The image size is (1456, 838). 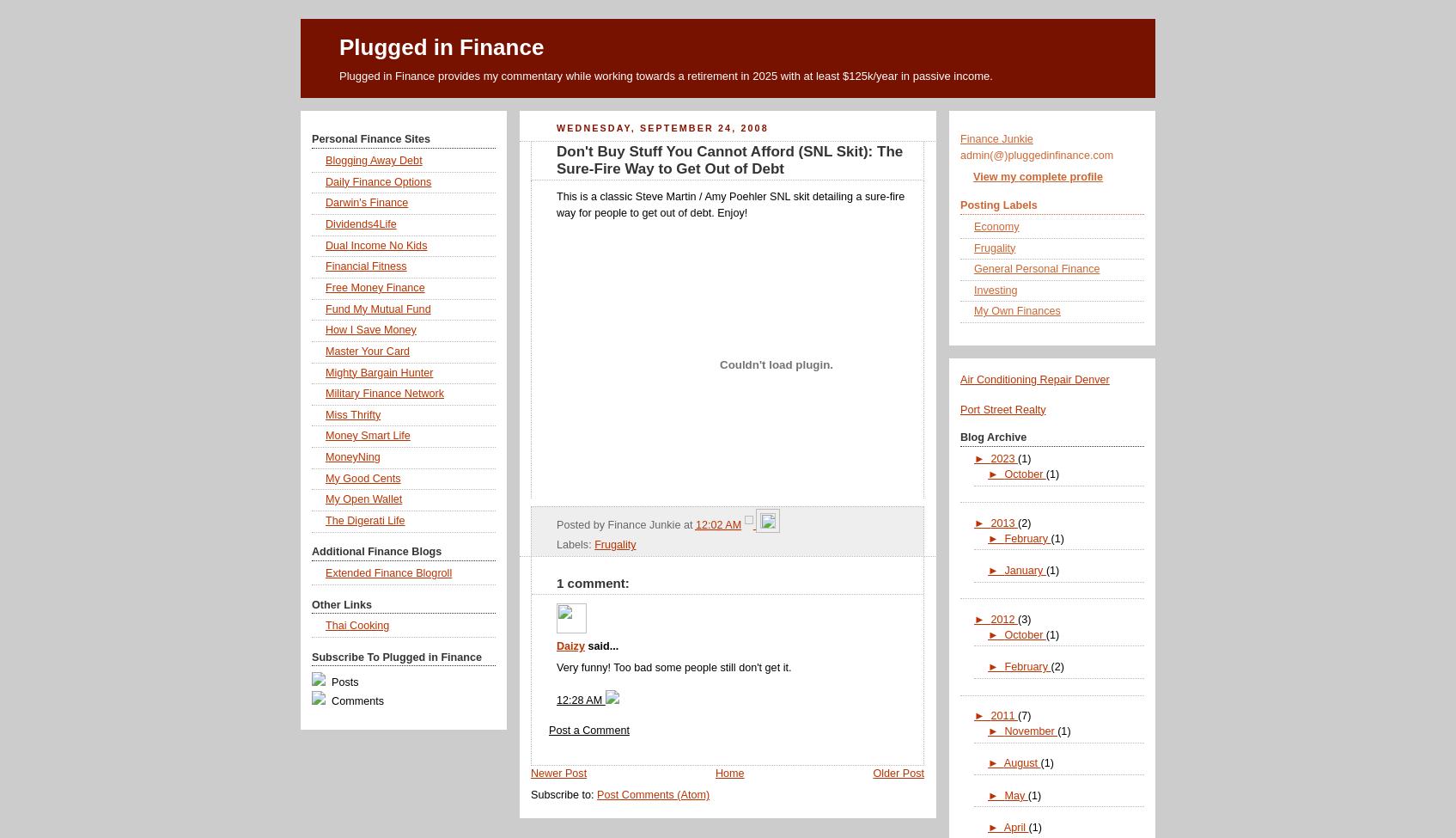 I want to click on 'Dividends4Life', so click(x=361, y=224).